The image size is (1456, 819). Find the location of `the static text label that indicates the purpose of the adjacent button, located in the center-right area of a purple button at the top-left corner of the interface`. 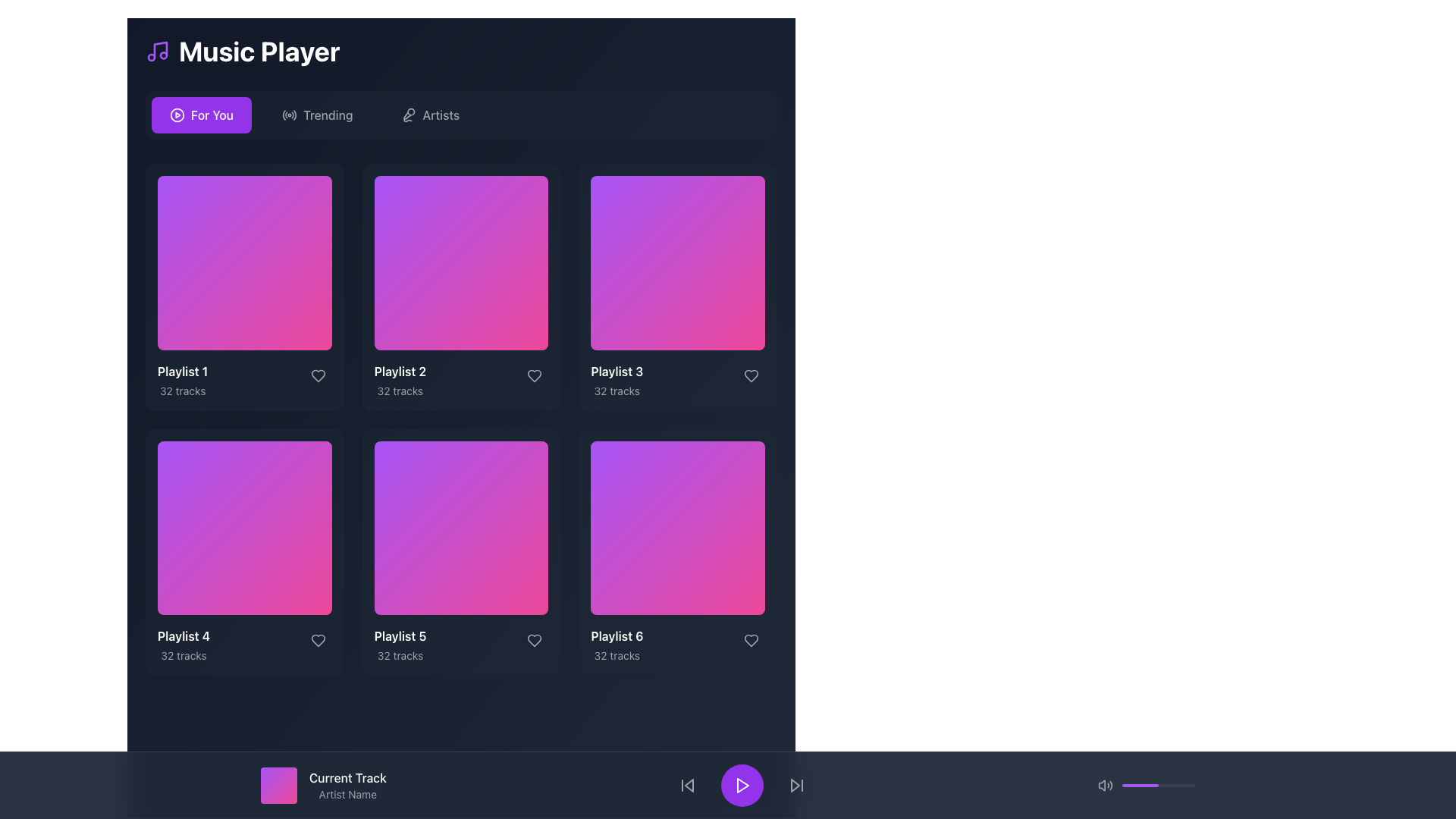

the static text label that indicates the purpose of the adjacent button, located in the center-right area of a purple button at the top-left corner of the interface is located at coordinates (211, 114).